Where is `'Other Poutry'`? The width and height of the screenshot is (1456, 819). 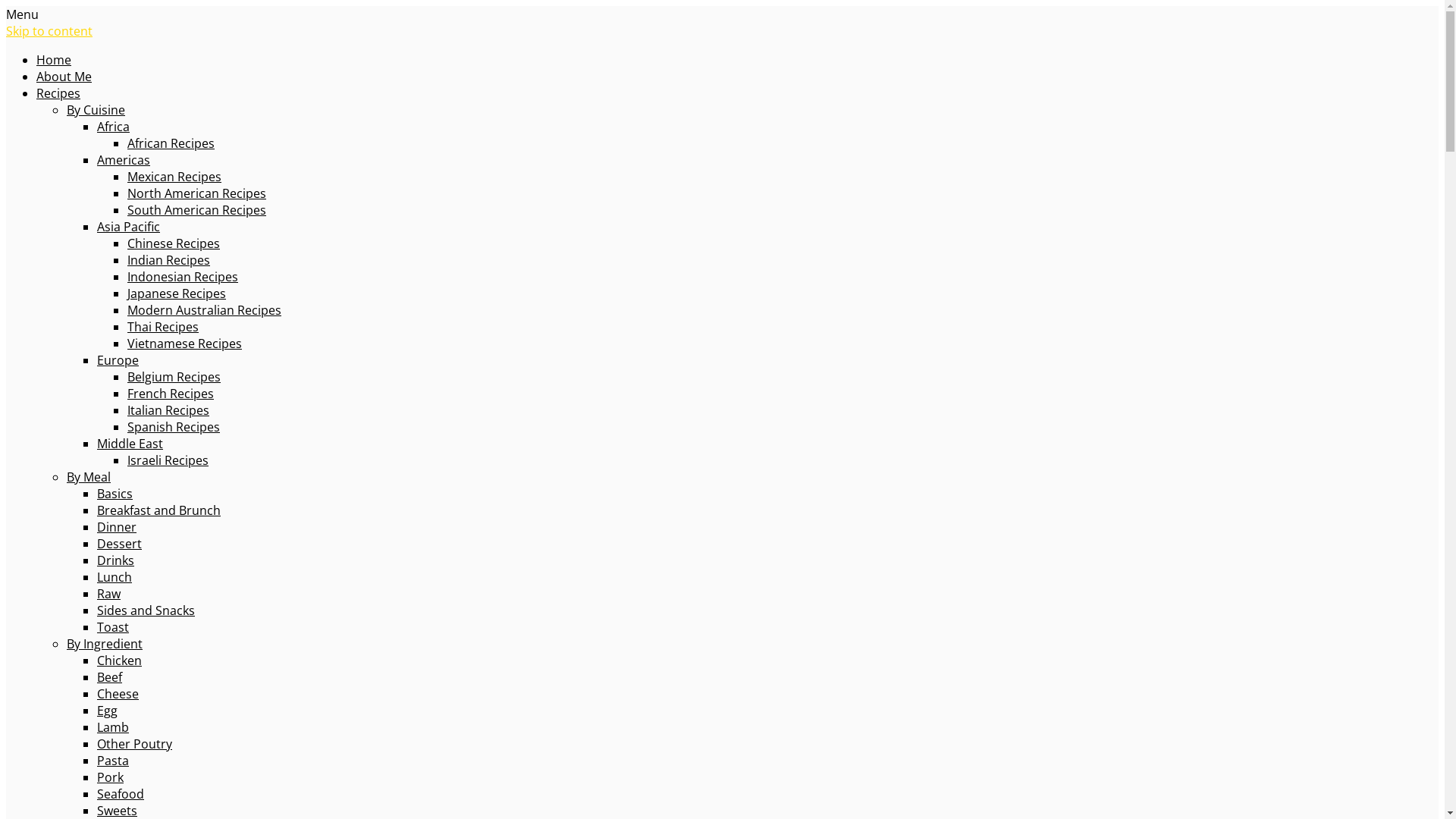
'Other Poutry' is located at coordinates (134, 742).